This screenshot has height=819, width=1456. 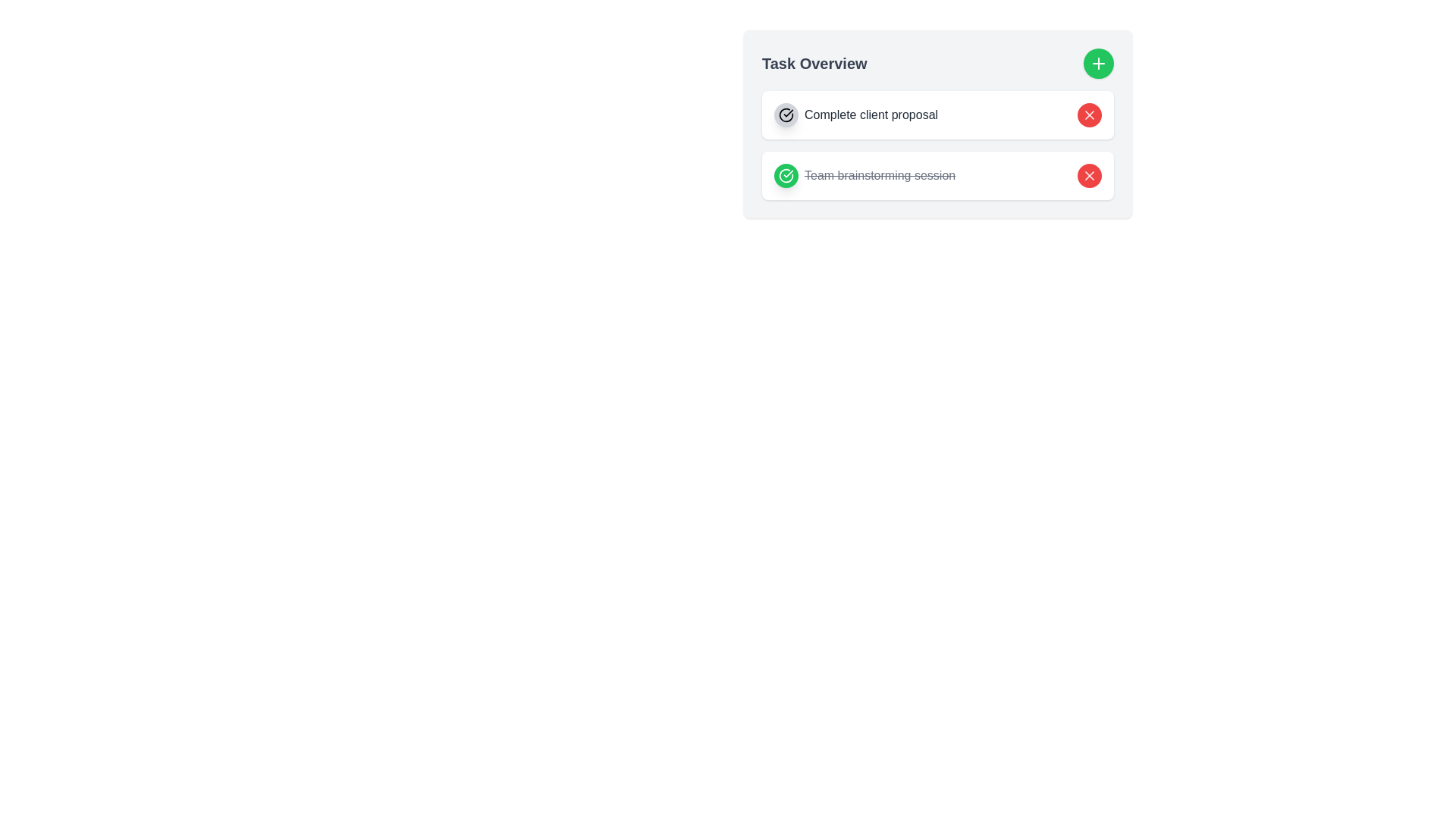 What do you see at coordinates (937, 63) in the screenshot?
I see `the section header labeled 'Task Overview' located at the top of the panel, which includes a bold text label on the left and a green add button on the right` at bounding box center [937, 63].